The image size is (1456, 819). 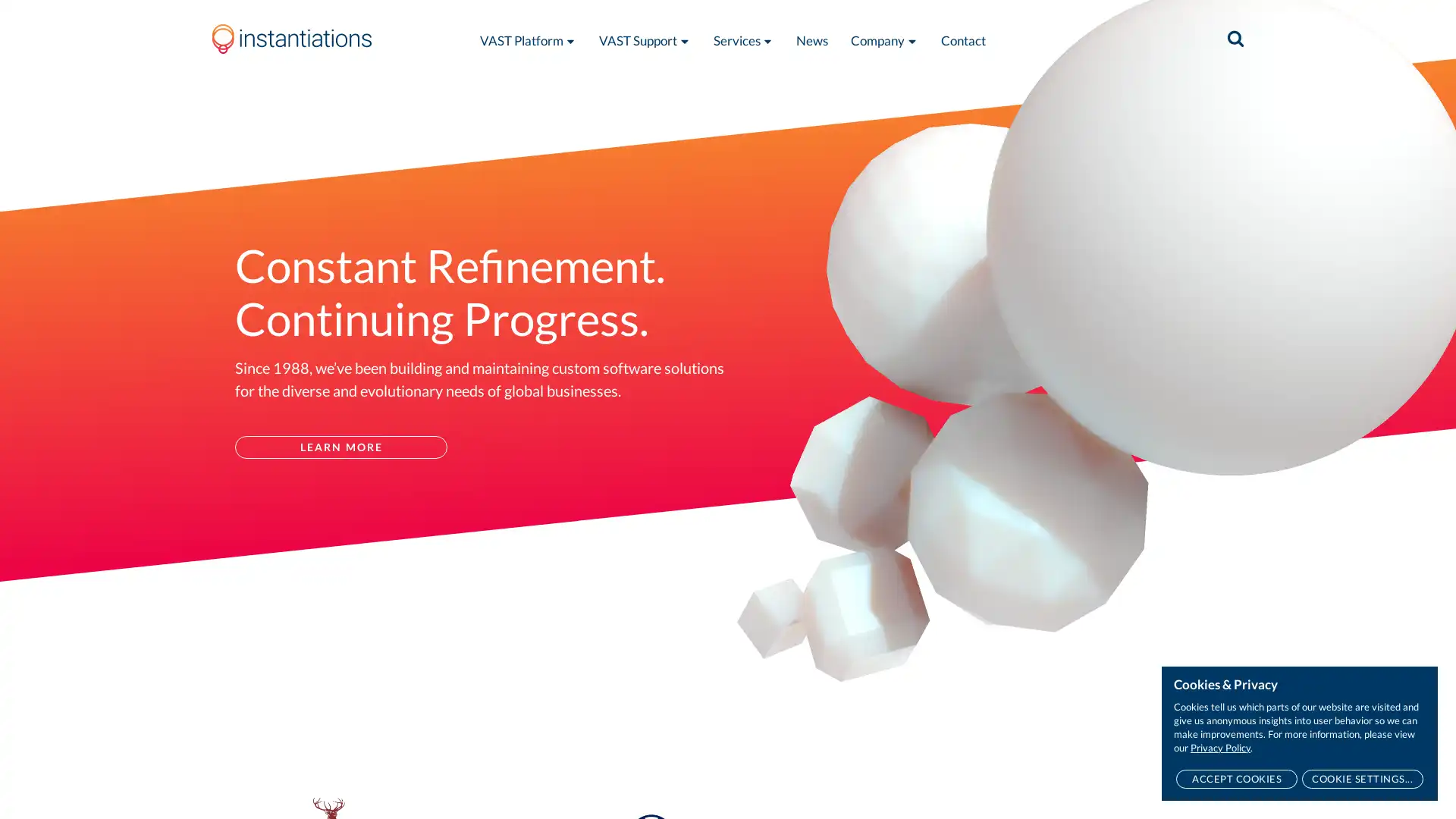 I want to click on COOKIE SETTINGS..., so click(x=1362, y=779).